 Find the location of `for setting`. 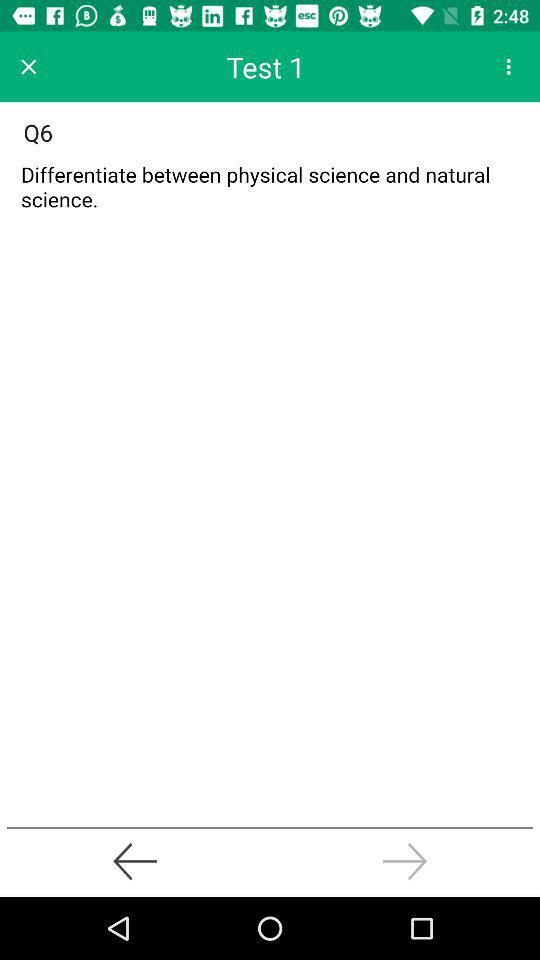

for setting is located at coordinates (508, 66).